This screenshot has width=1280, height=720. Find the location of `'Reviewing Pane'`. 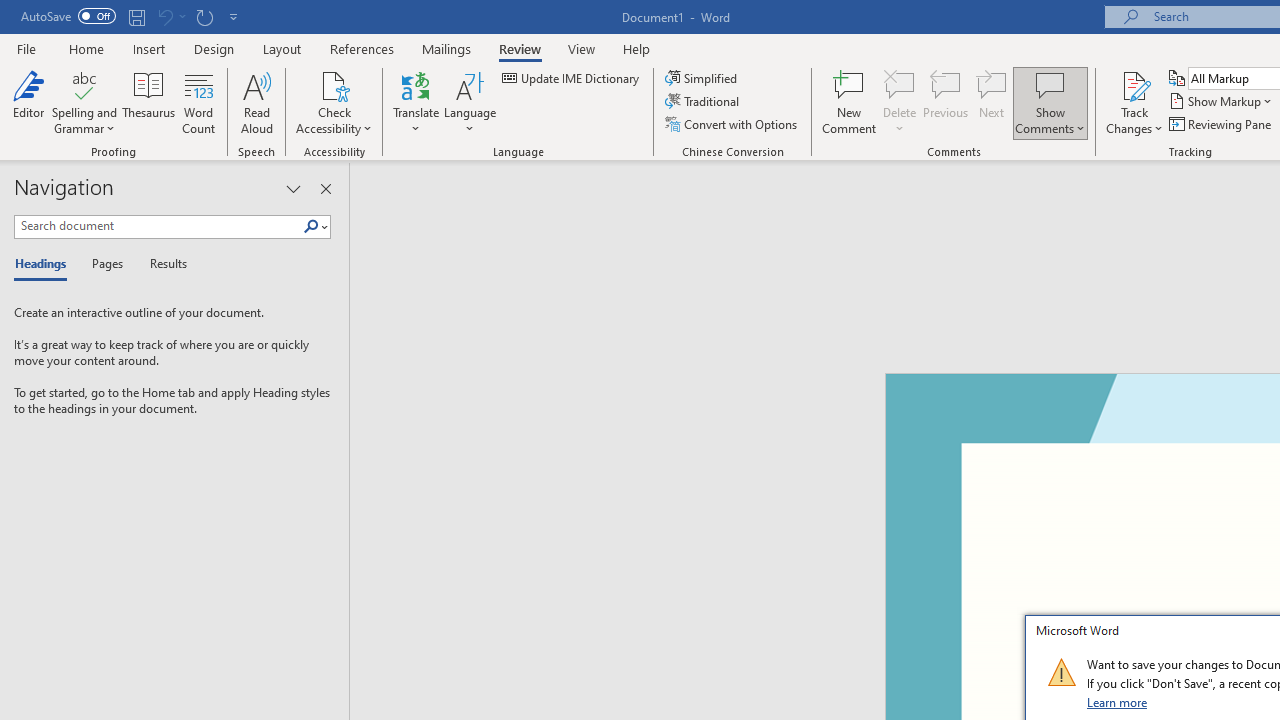

'Reviewing Pane' is located at coordinates (1220, 124).